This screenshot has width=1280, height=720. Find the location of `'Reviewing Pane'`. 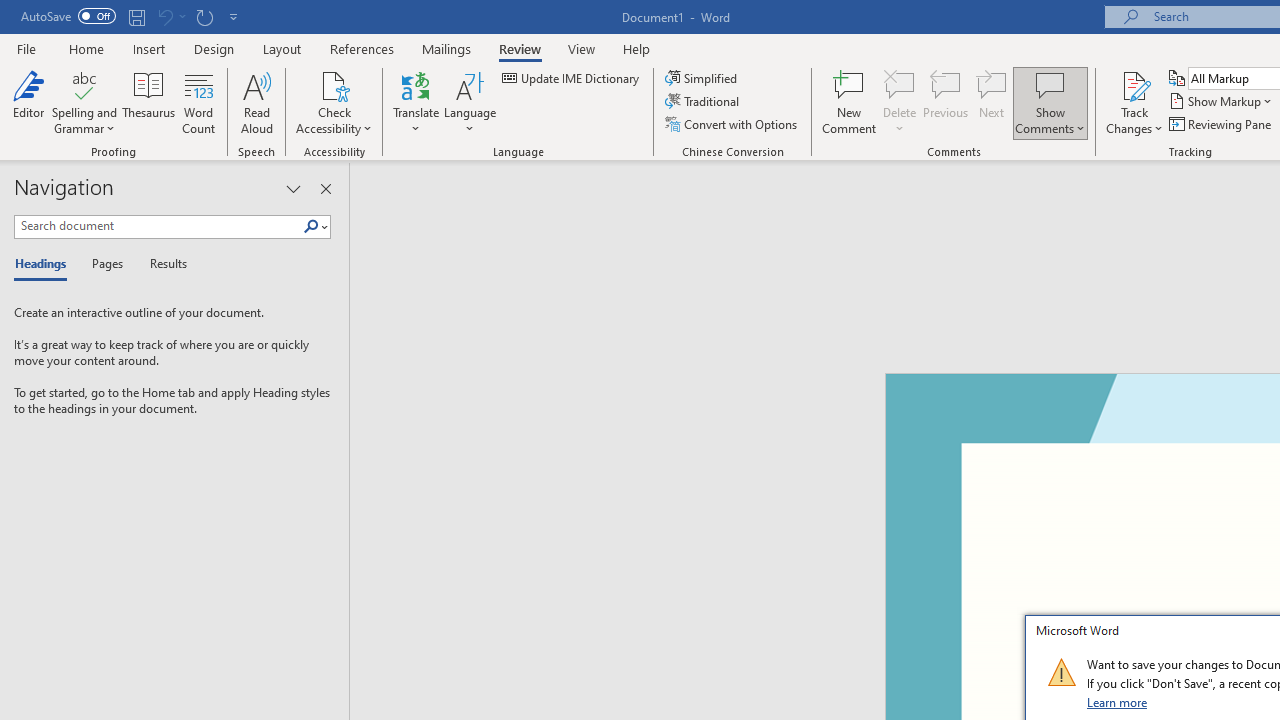

'Reviewing Pane' is located at coordinates (1220, 124).